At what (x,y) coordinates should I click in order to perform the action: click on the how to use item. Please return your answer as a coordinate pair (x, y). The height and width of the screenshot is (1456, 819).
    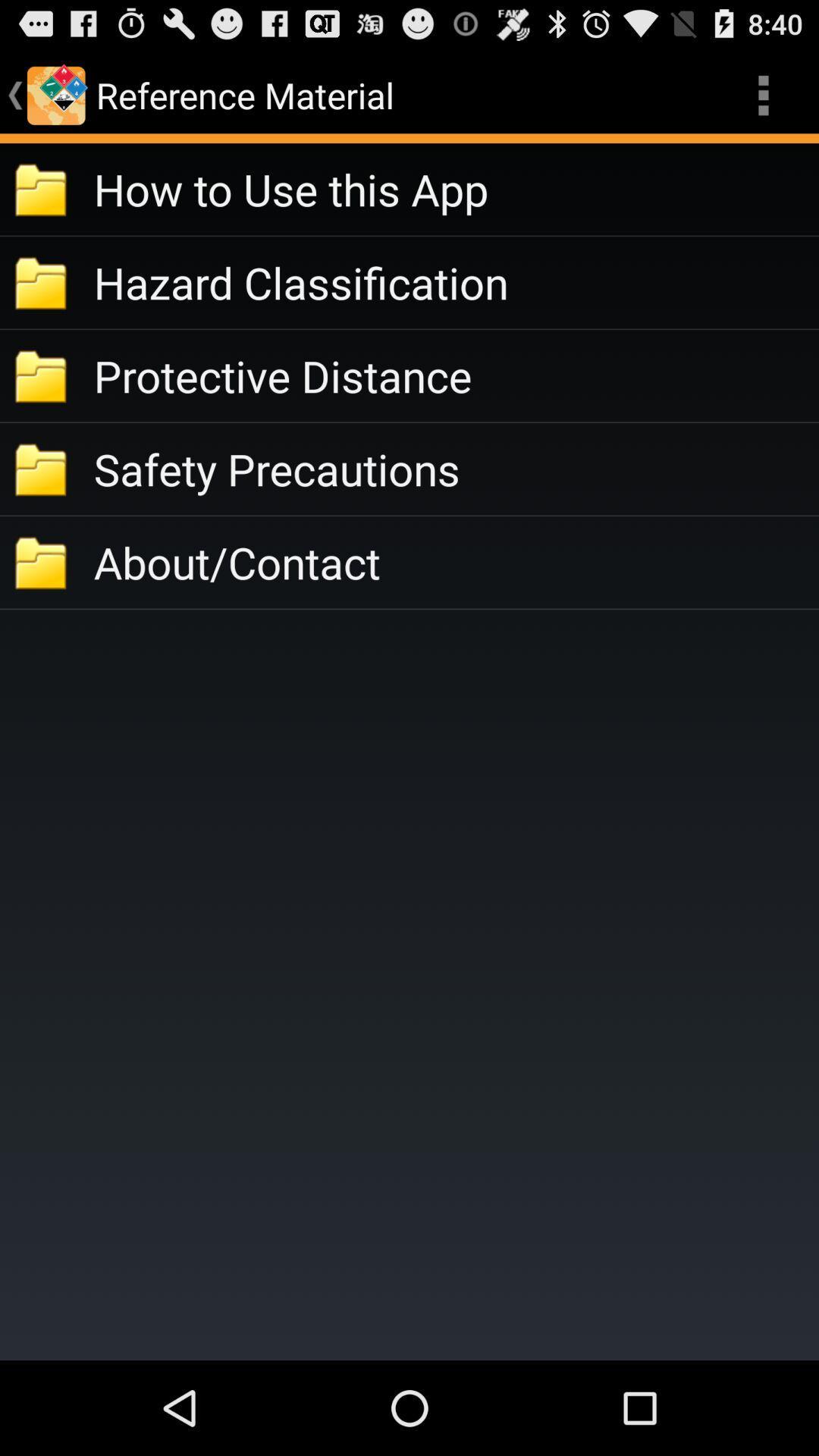
    Looking at the image, I should click on (455, 188).